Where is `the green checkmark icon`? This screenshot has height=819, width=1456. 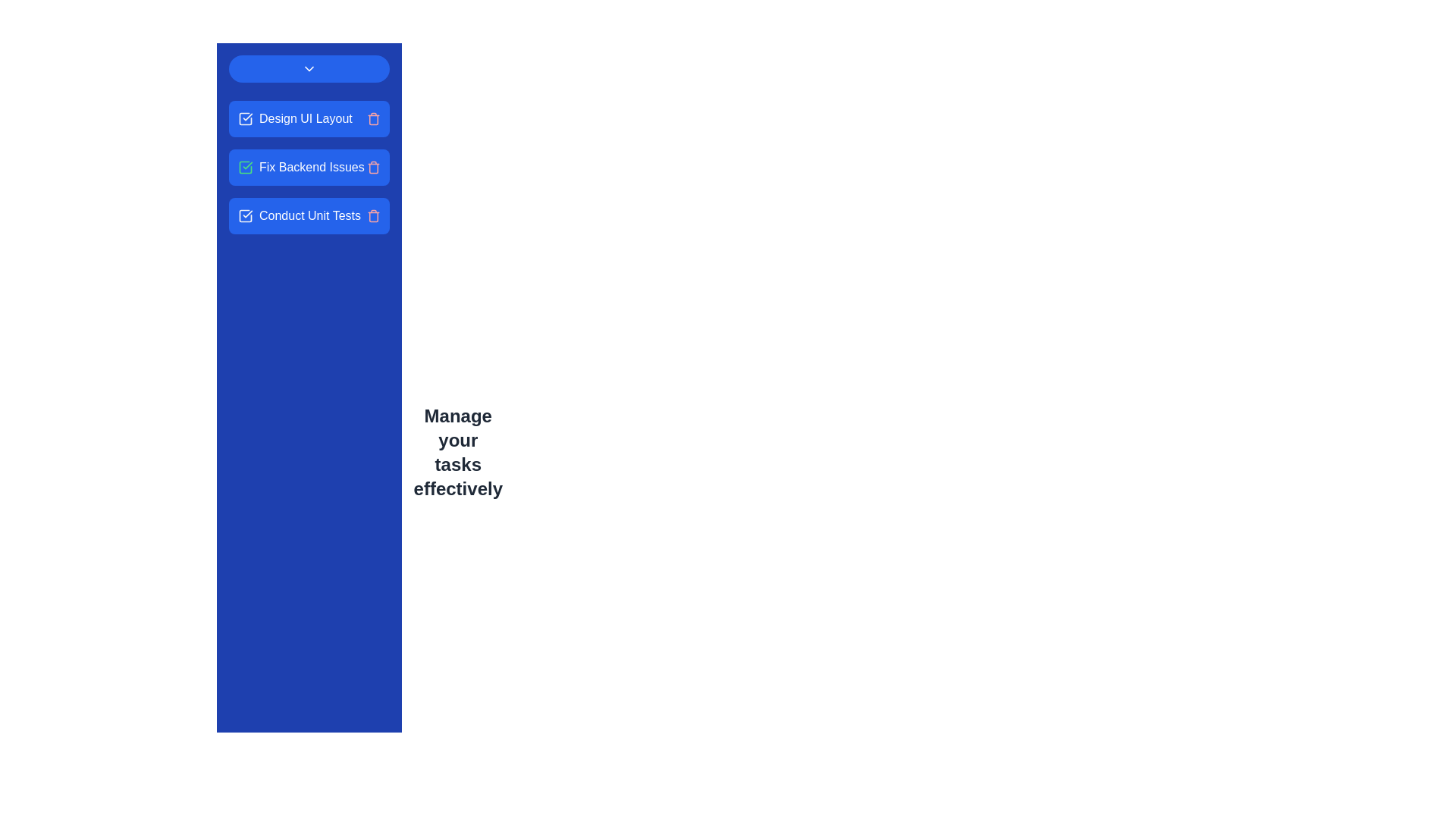
the green checkmark icon is located at coordinates (308, 167).